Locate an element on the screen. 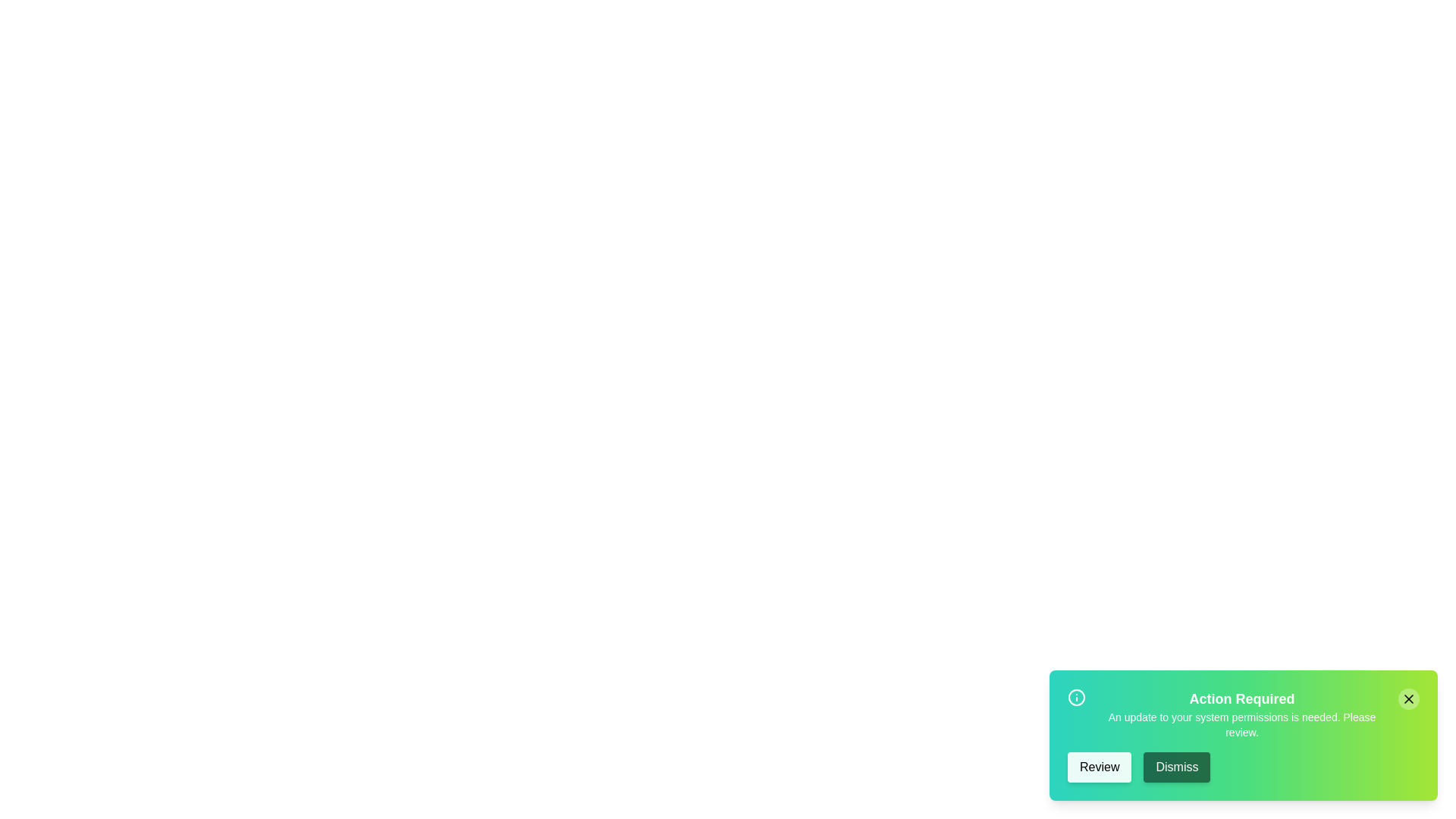 This screenshot has height=819, width=1456. 'Review' button to proceed with the suggested action is located at coordinates (1099, 767).